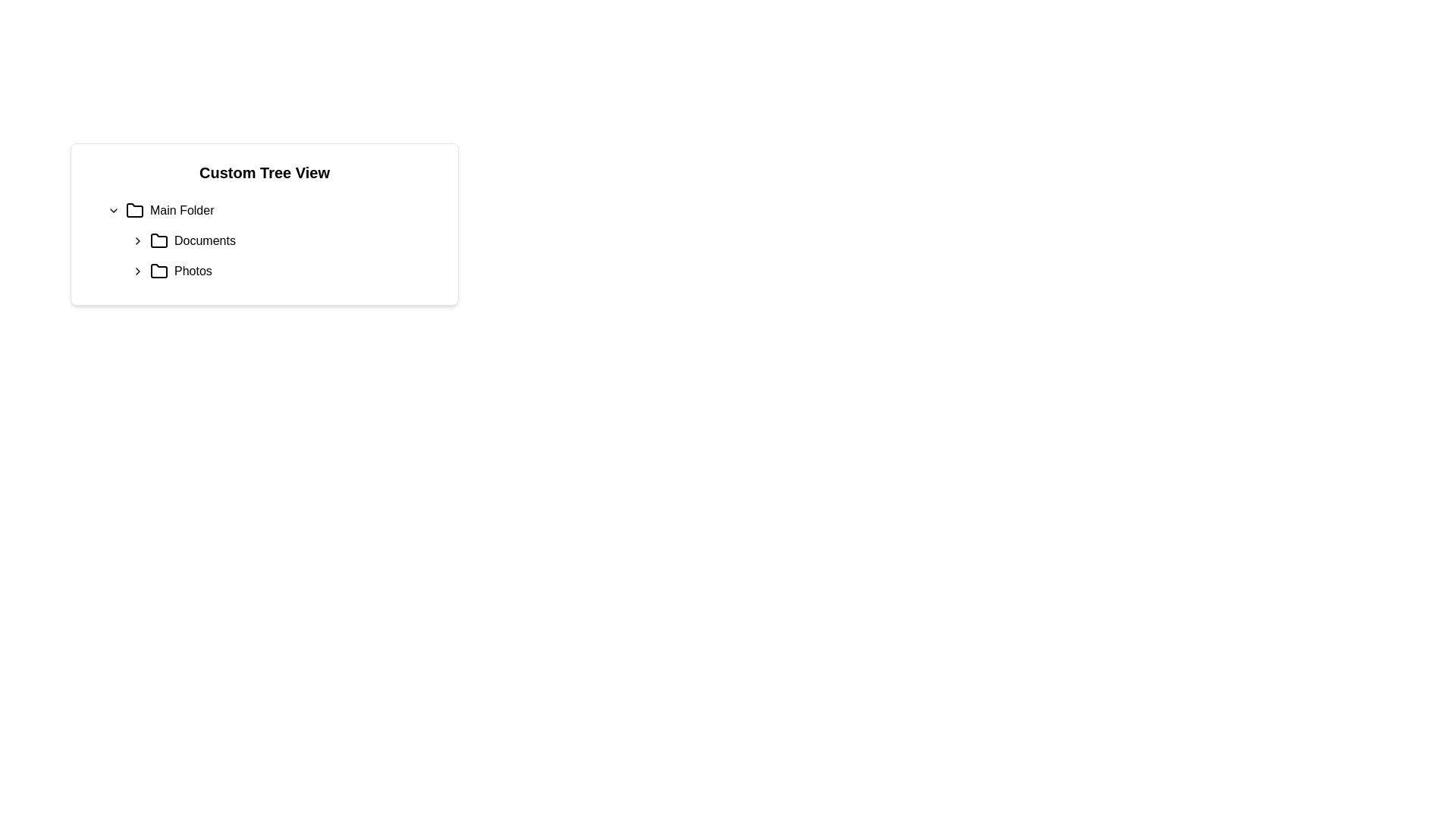  What do you see at coordinates (270, 210) in the screenshot?
I see `the 'Main Folder' Tree view folder item` at bounding box center [270, 210].